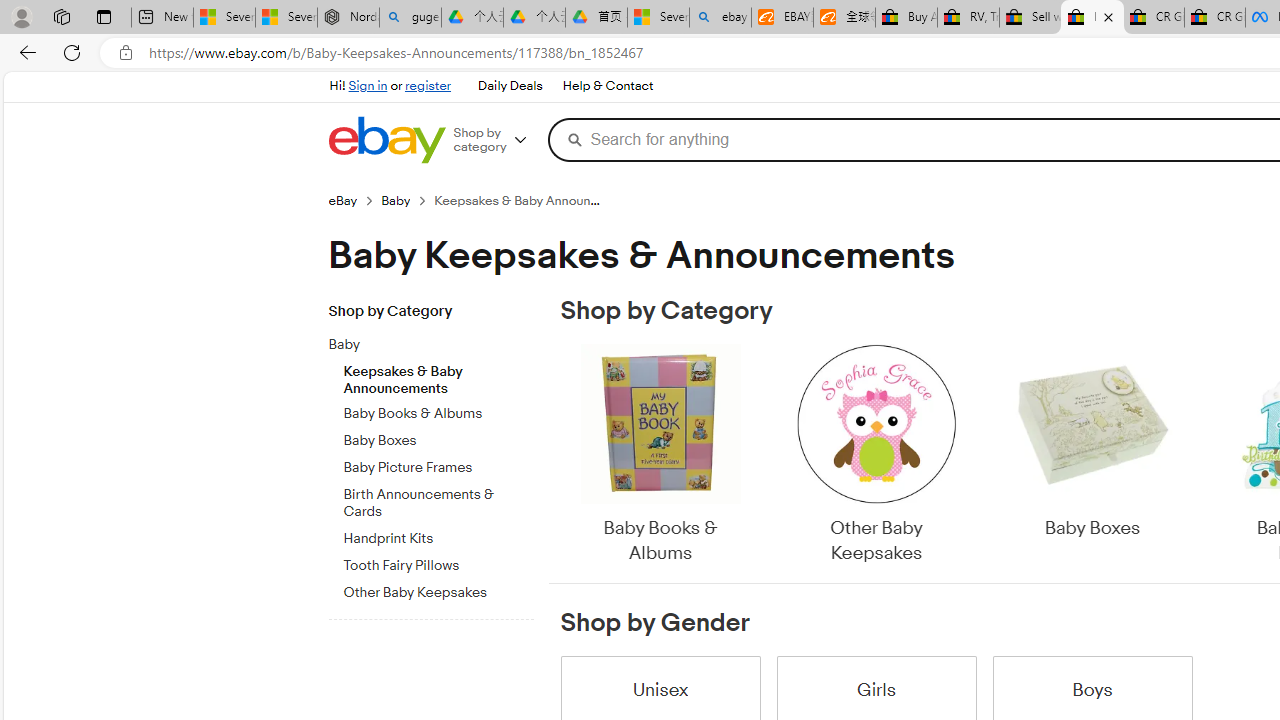  I want to click on 'Baby', so click(437, 340).